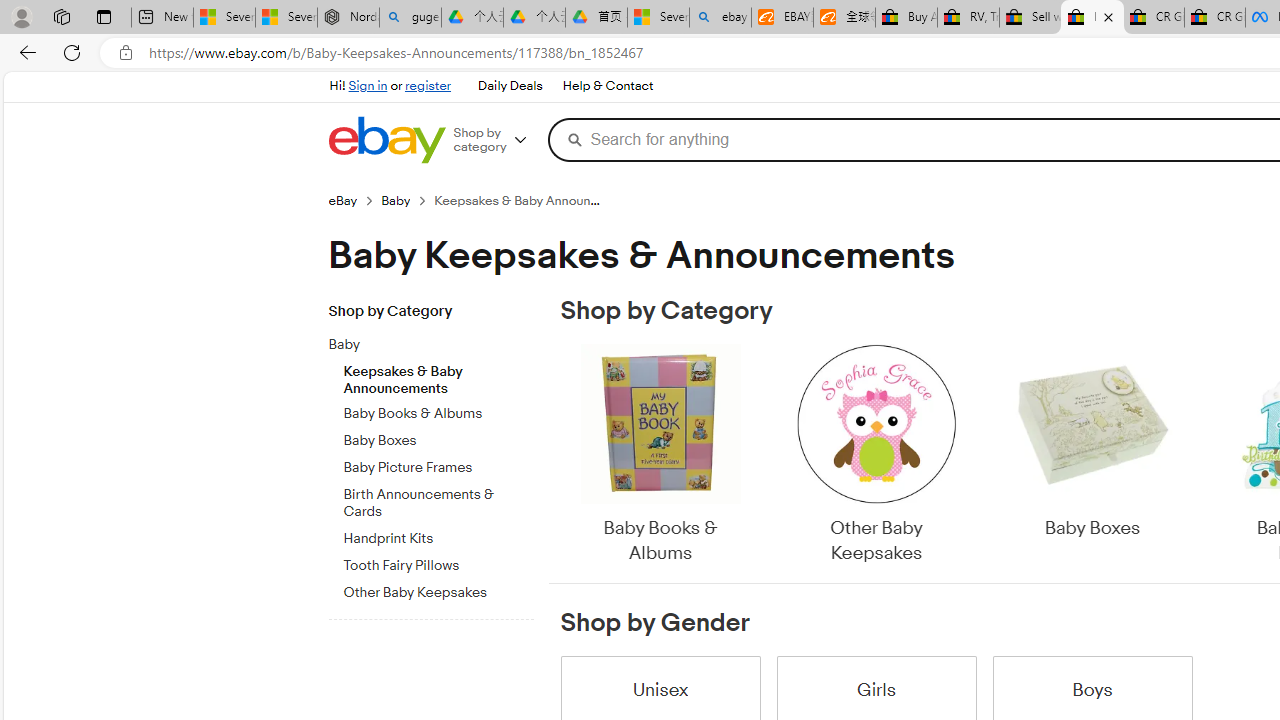  I want to click on 'Baby', so click(437, 340).